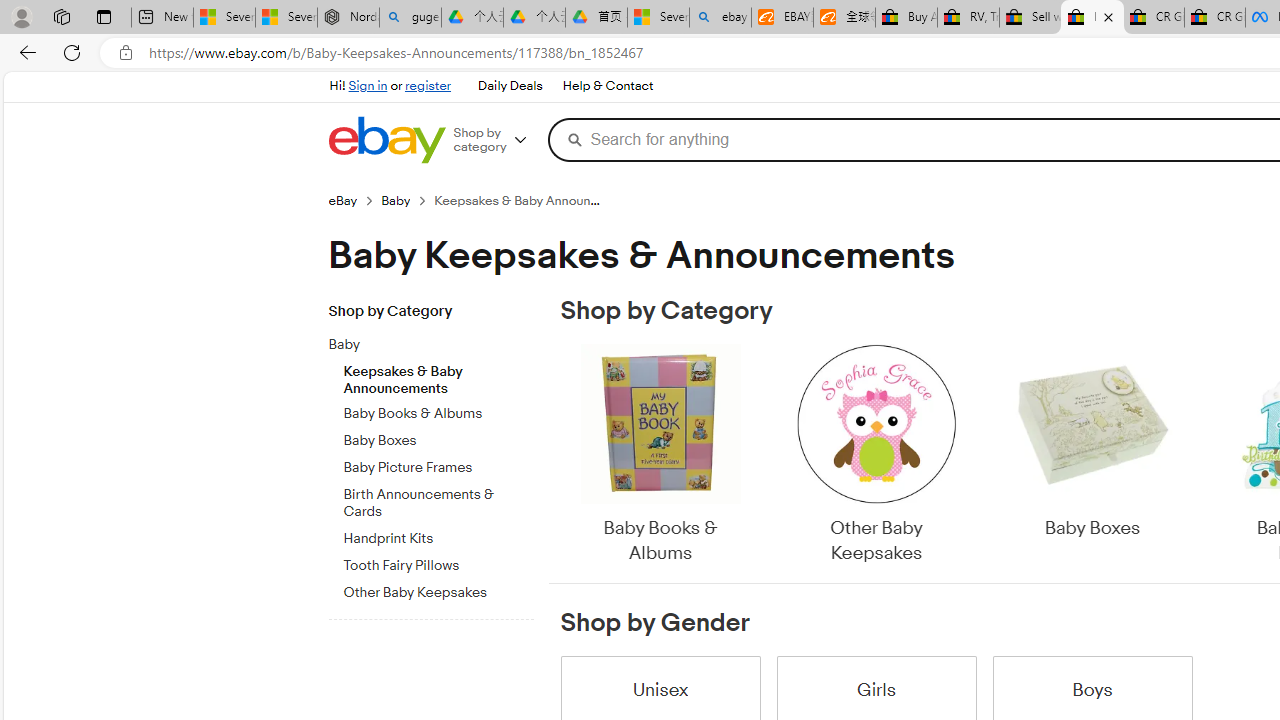  I want to click on 'Baby', so click(437, 340).